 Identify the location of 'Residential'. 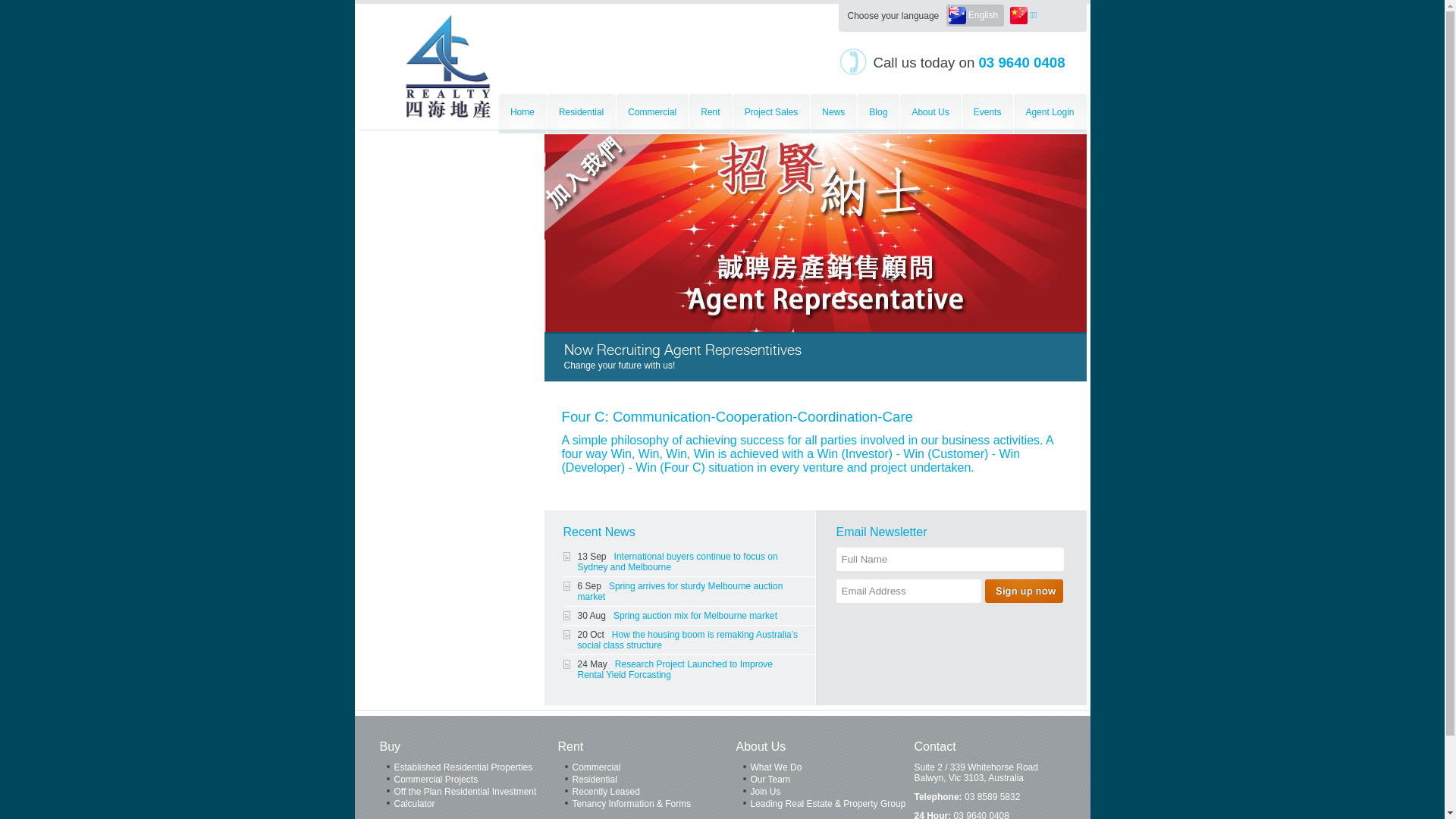
(581, 113).